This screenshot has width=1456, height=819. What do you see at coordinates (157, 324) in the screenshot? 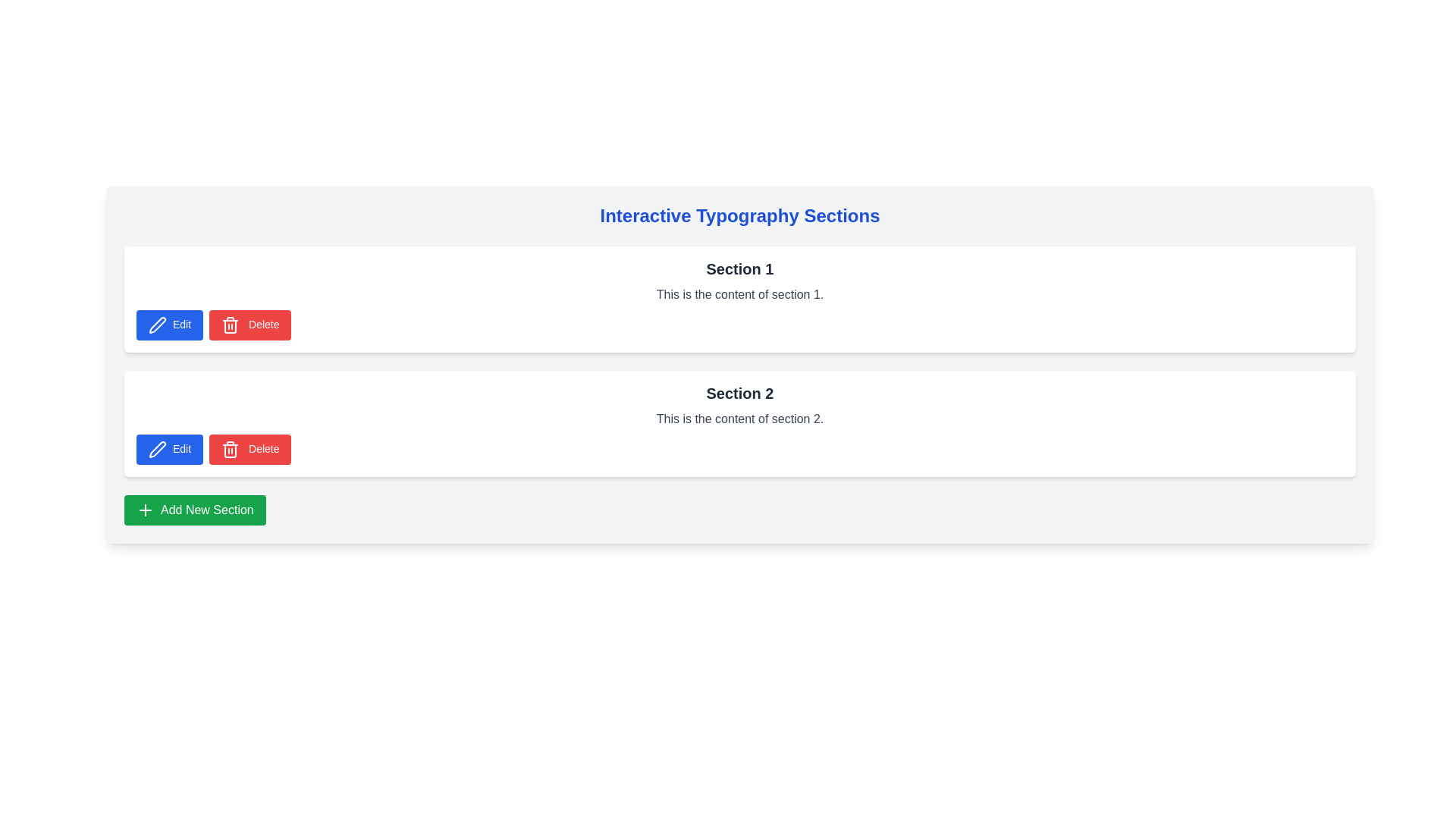
I see `the pen icon embedded within the 'Edit' button located in the top-left corner of the first section's action area` at bounding box center [157, 324].